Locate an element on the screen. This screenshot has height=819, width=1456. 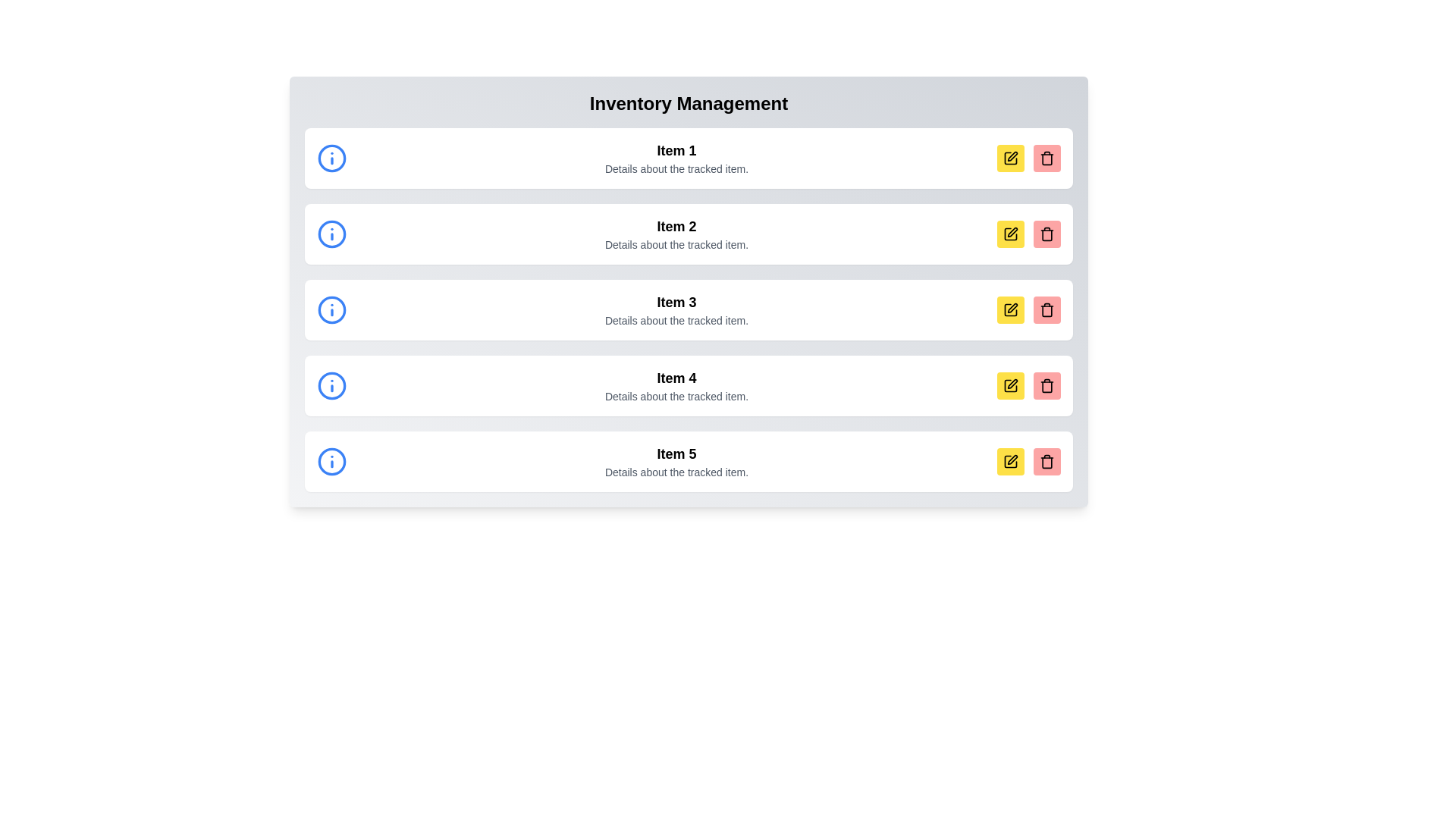
the trash icon delete button, which is a black outlined garbage bin on a pink background, located on the rightmost side of the row labeled 'Item 3' is located at coordinates (1046, 234).